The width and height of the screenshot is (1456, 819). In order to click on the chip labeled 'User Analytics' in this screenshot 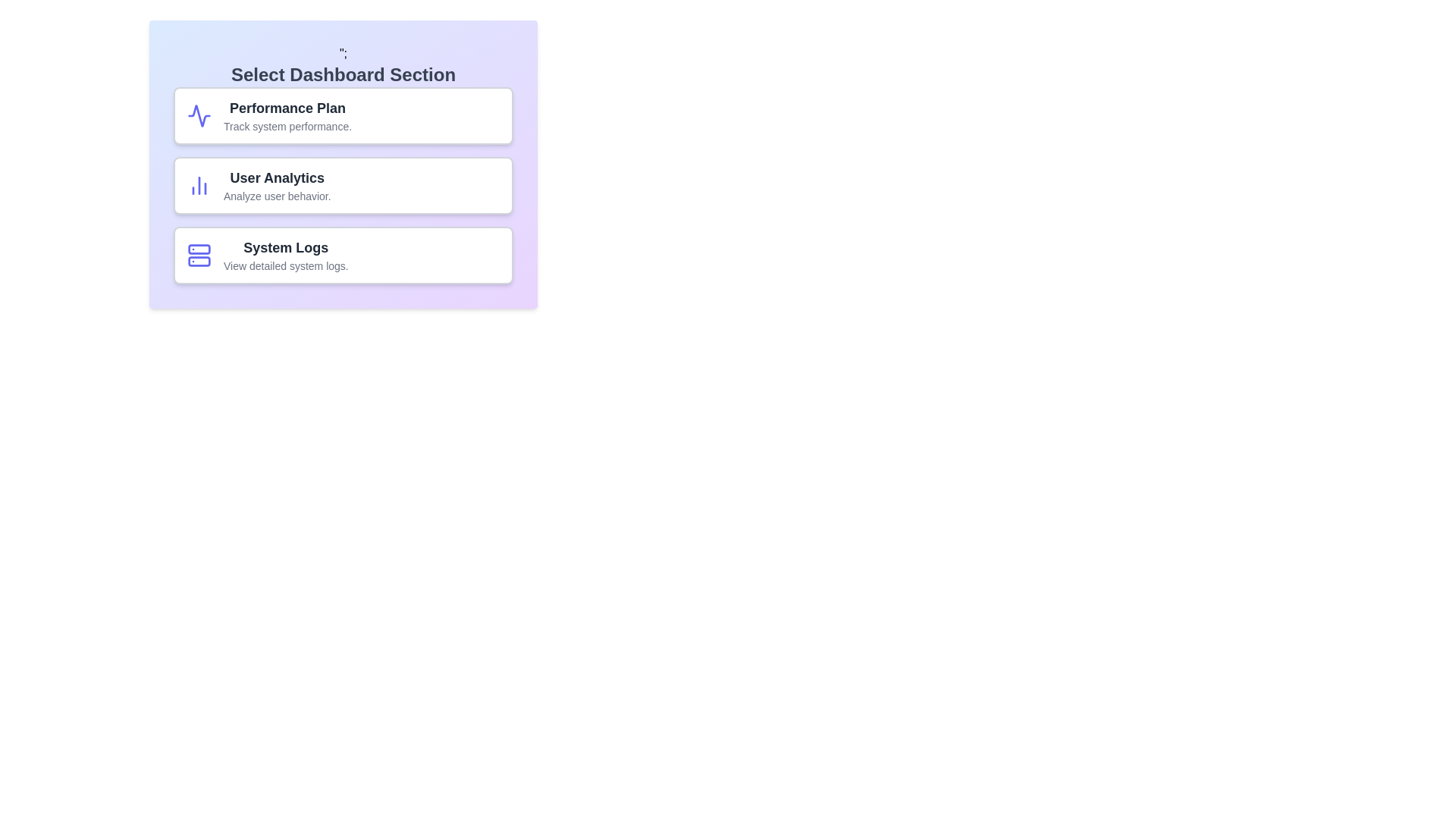, I will do `click(342, 185)`.